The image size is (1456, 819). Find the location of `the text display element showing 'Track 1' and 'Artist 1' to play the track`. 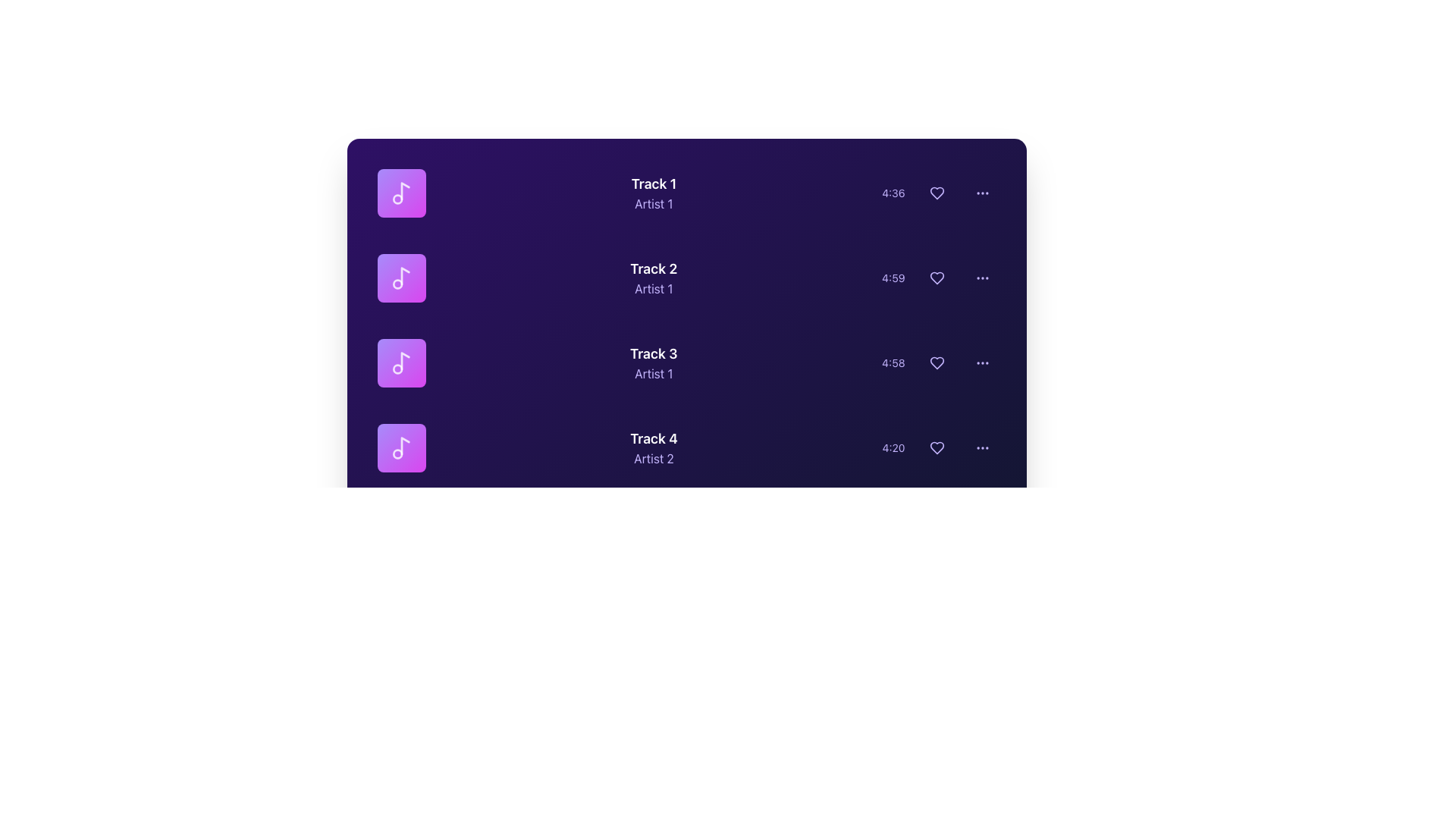

the text display element showing 'Track 1' and 'Artist 1' to play the track is located at coordinates (654, 192).